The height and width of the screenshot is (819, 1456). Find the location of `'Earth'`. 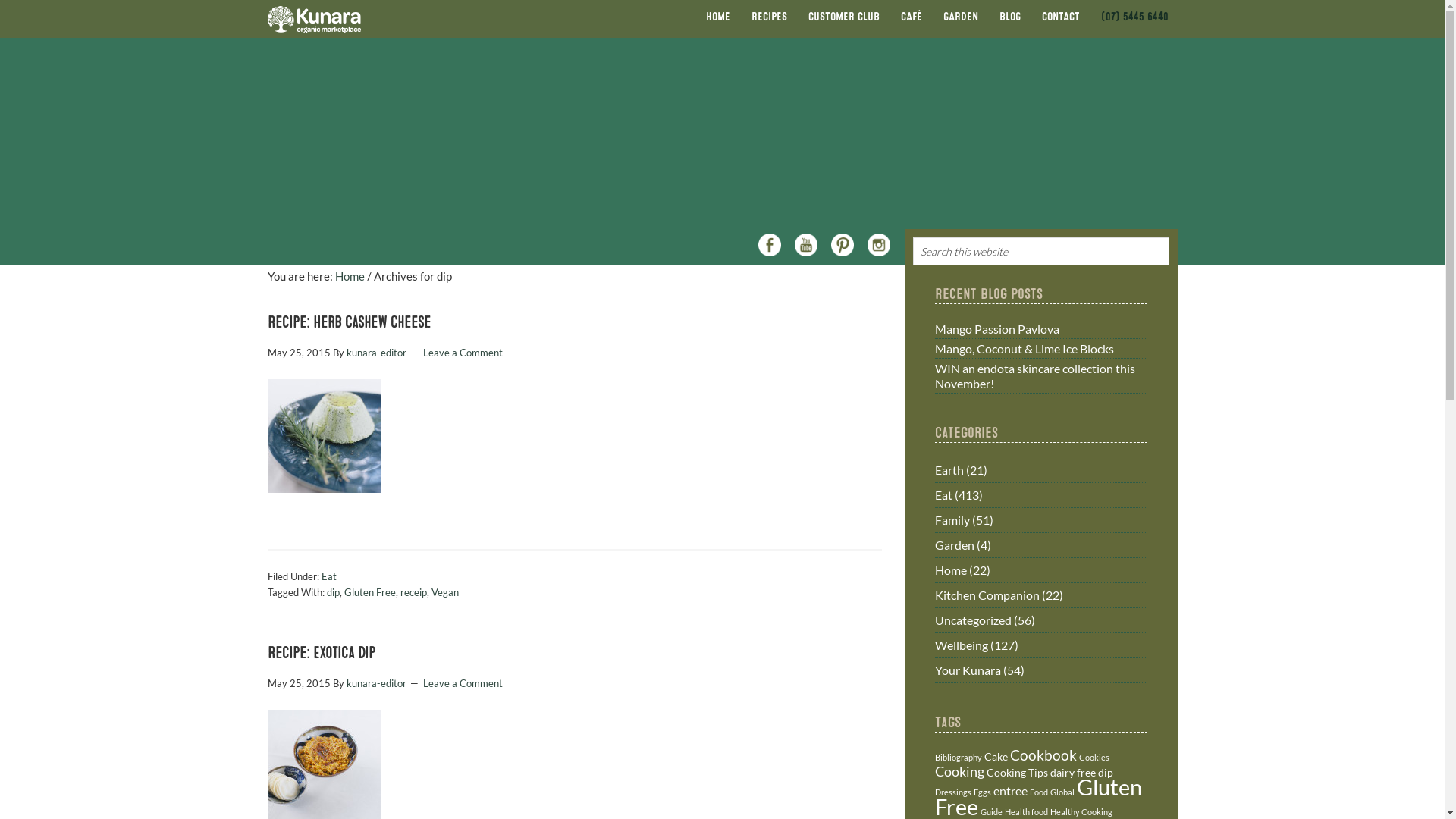

'Earth' is located at coordinates (948, 469).